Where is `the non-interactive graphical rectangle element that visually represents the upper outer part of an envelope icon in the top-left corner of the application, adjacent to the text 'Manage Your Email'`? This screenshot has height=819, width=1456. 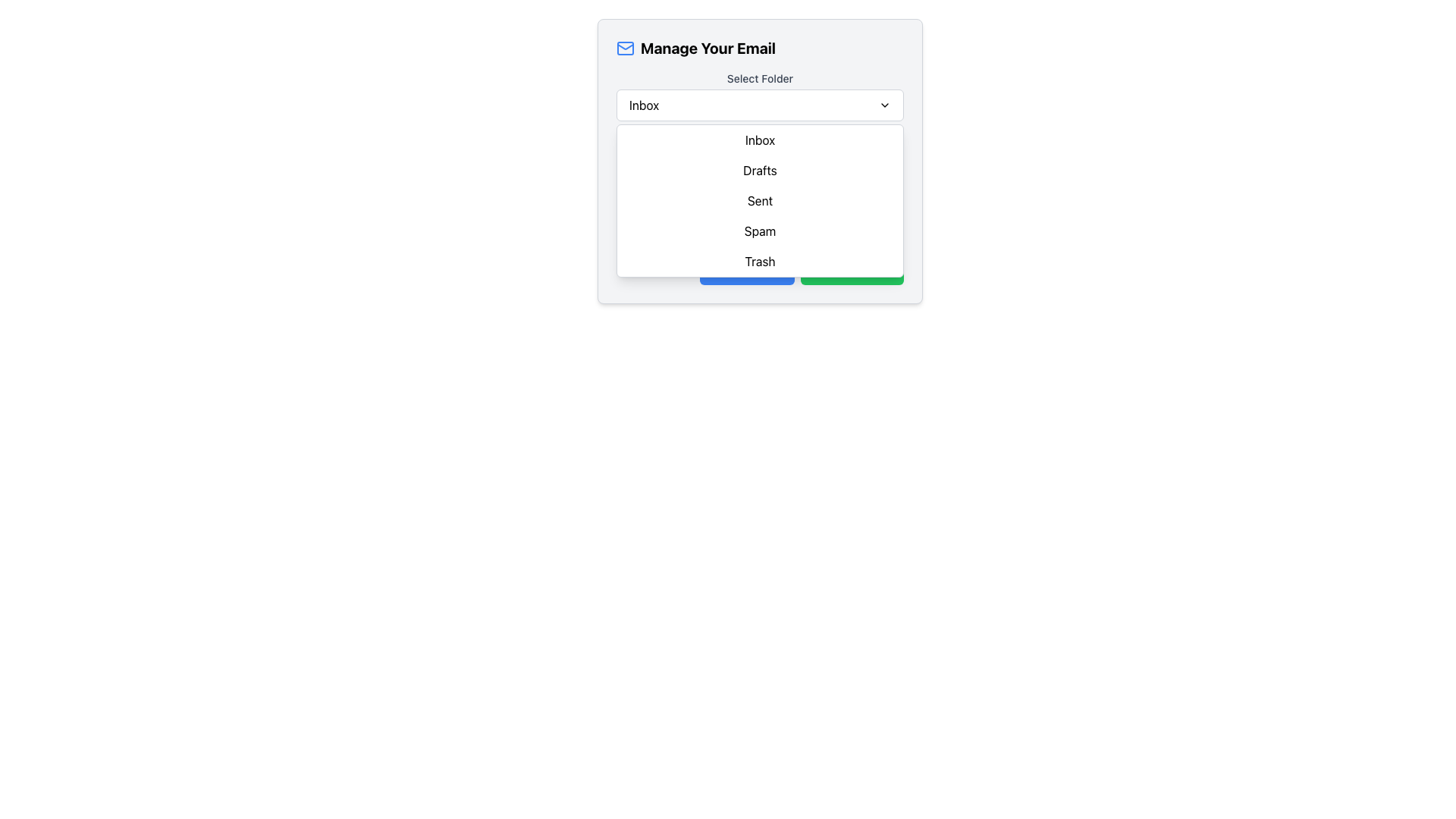 the non-interactive graphical rectangle element that visually represents the upper outer part of an envelope icon in the top-left corner of the application, adjacent to the text 'Manage Your Email' is located at coordinates (626, 48).